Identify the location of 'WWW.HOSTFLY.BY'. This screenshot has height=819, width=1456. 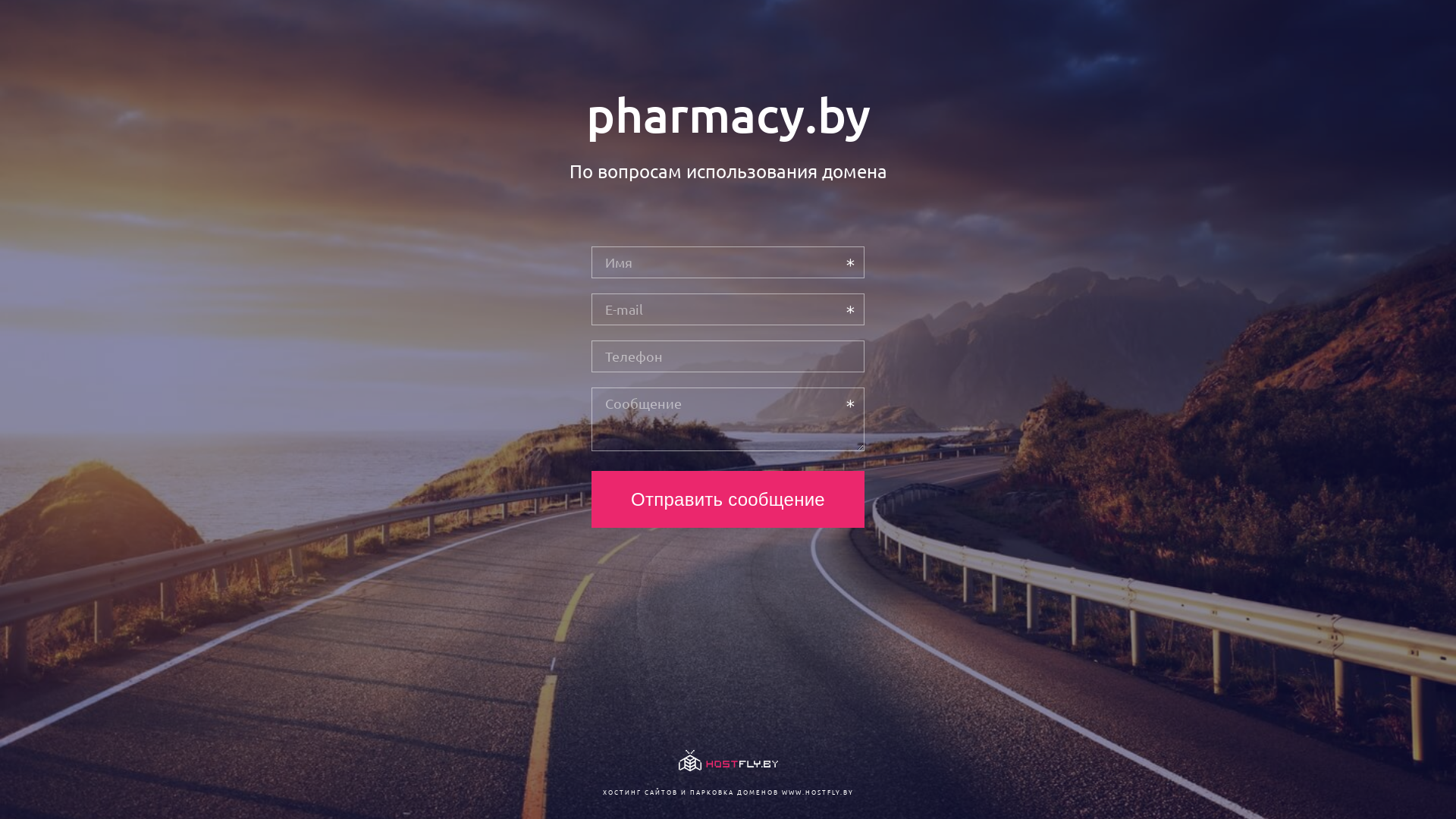
(781, 791).